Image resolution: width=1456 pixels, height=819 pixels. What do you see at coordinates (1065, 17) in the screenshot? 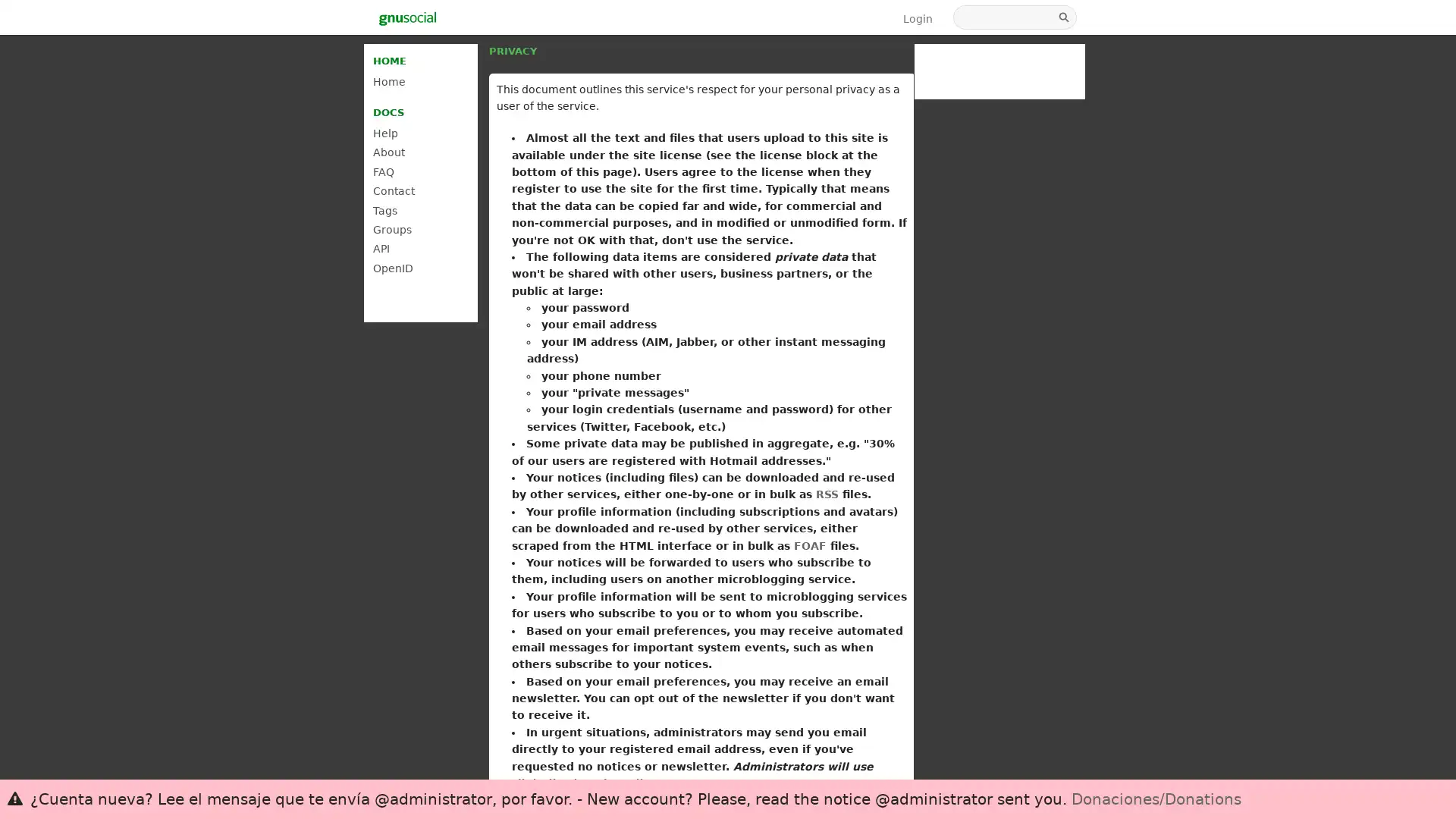
I see `Search` at bounding box center [1065, 17].